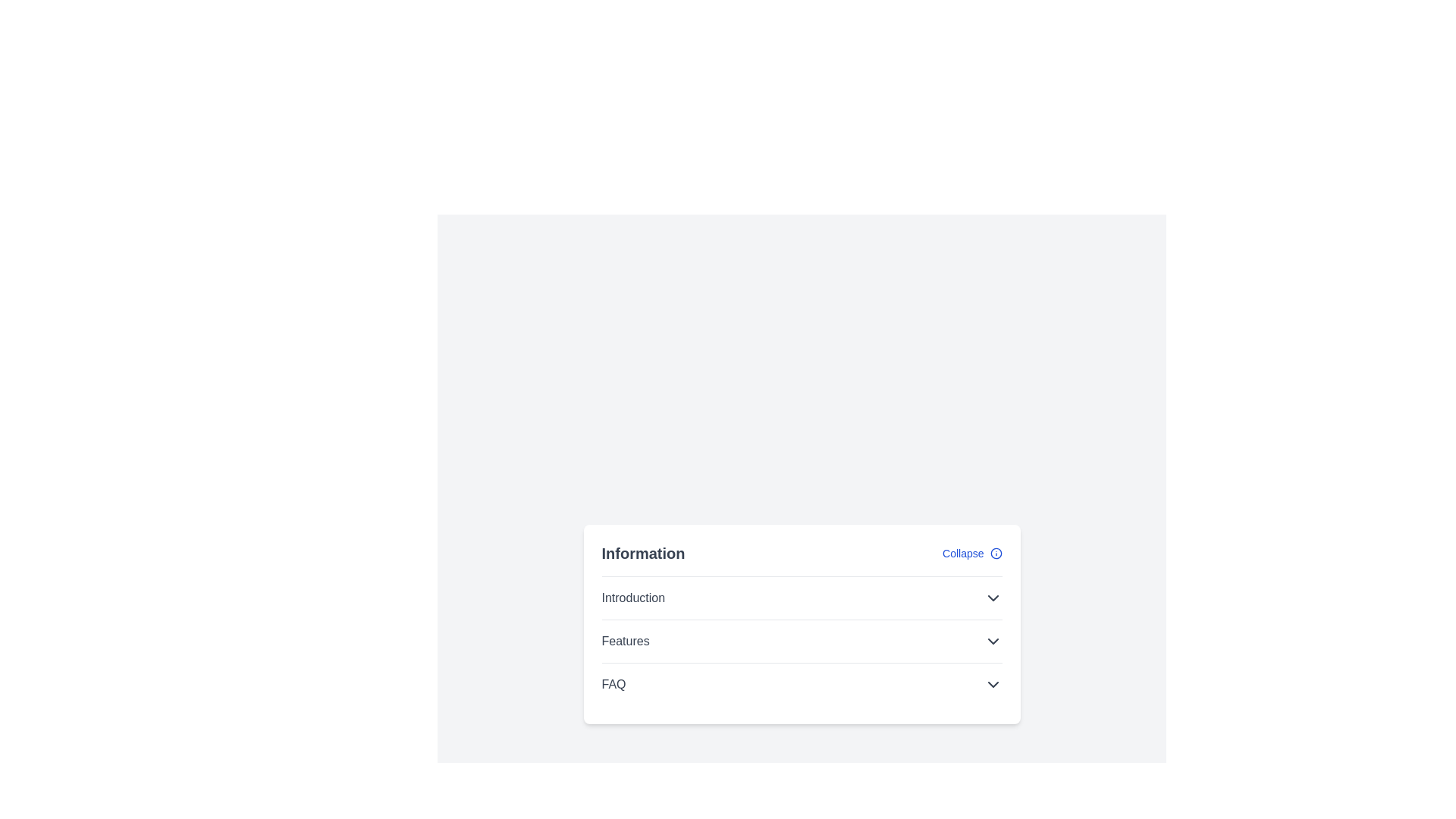  I want to click on the chevron icon located to the right of the 'FAQ' button, so click(993, 684).